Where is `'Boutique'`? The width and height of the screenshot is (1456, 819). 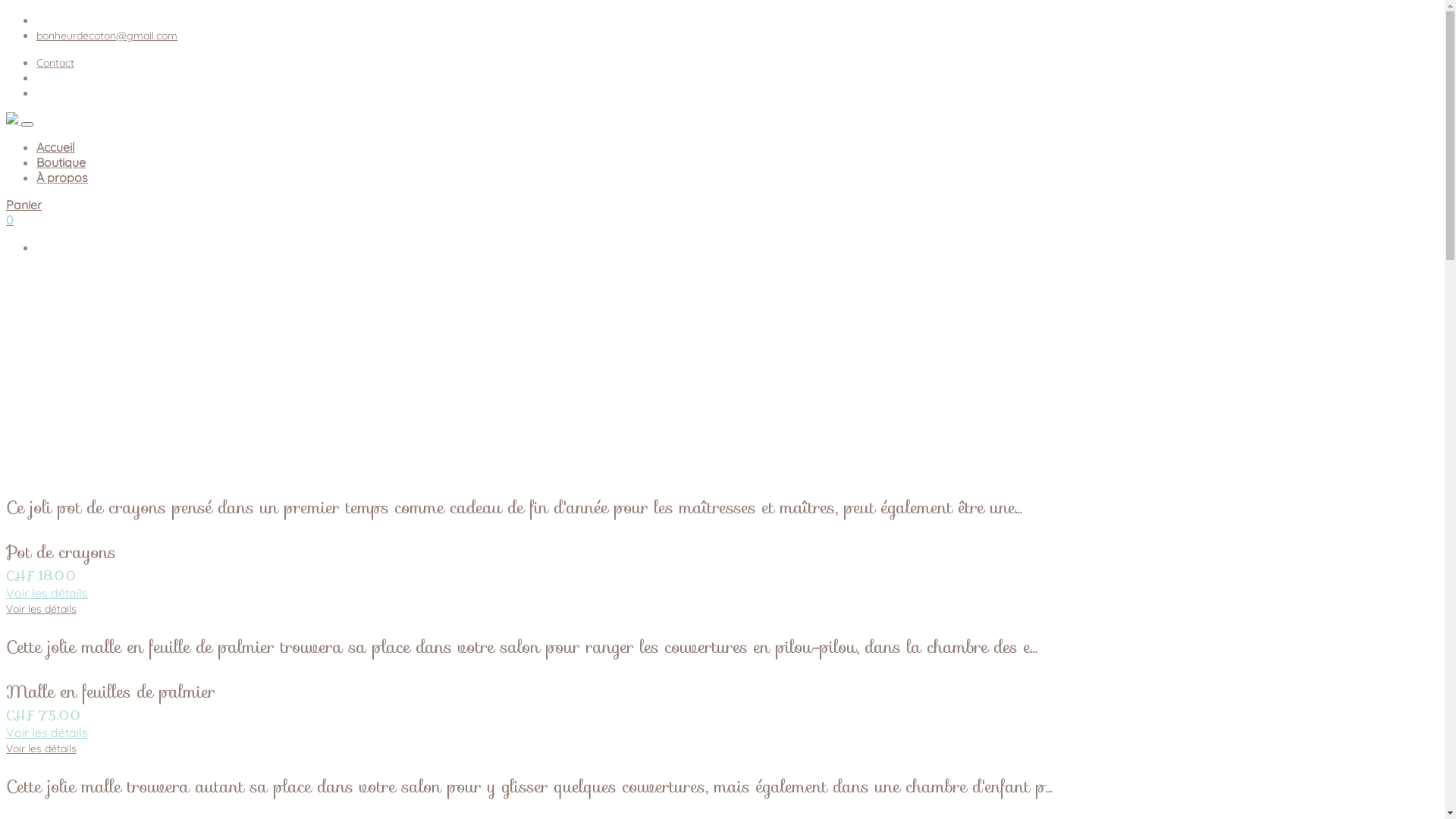 'Boutique' is located at coordinates (61, 162).